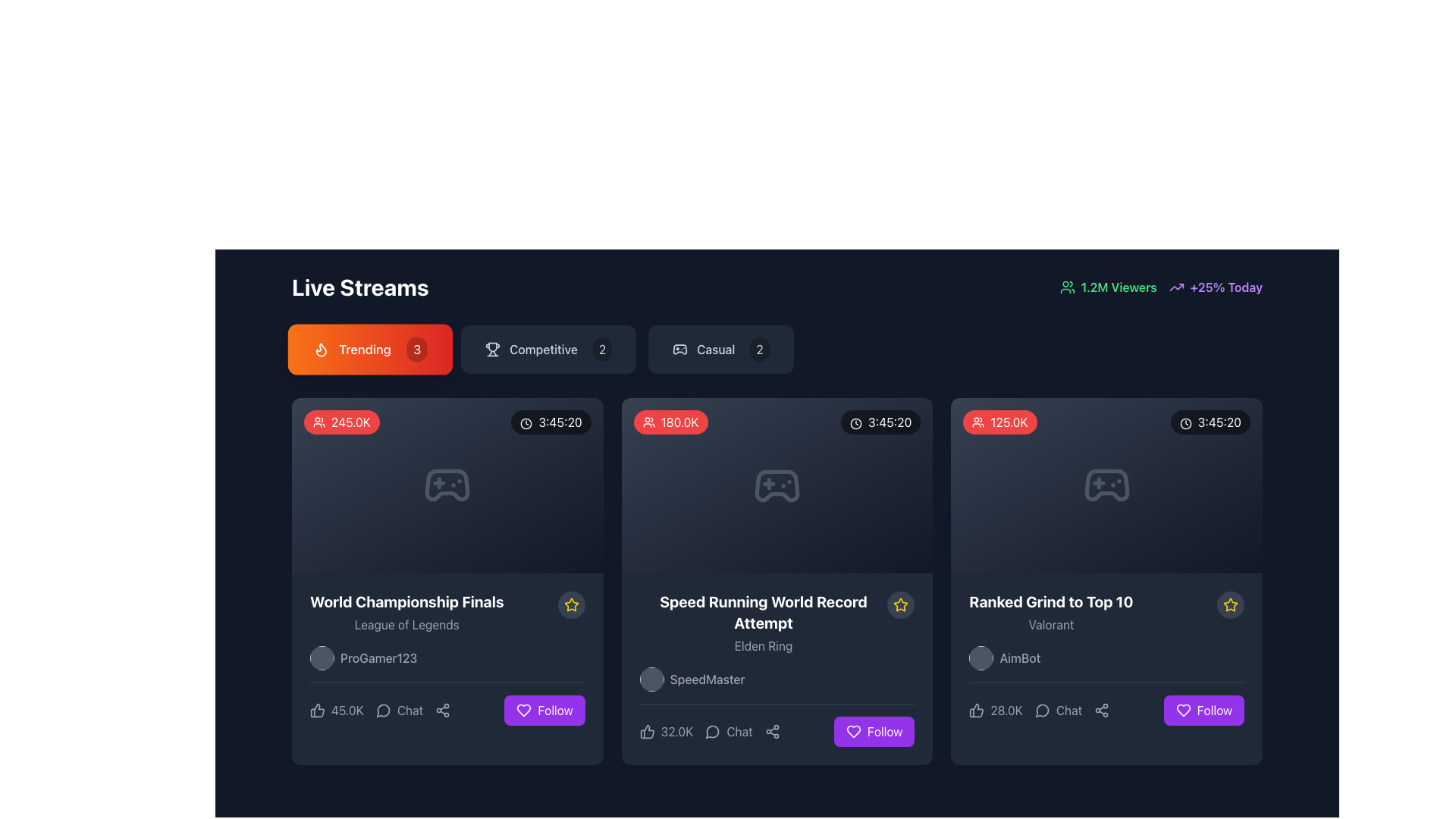  Describe the element at coordinates (400, 711) in the screenshot. I see `the button located in the lower part of the first card in the 'Live Streams' section, positioned between a thumbs-up icon and a share icon for keyboard interaction` at that location.